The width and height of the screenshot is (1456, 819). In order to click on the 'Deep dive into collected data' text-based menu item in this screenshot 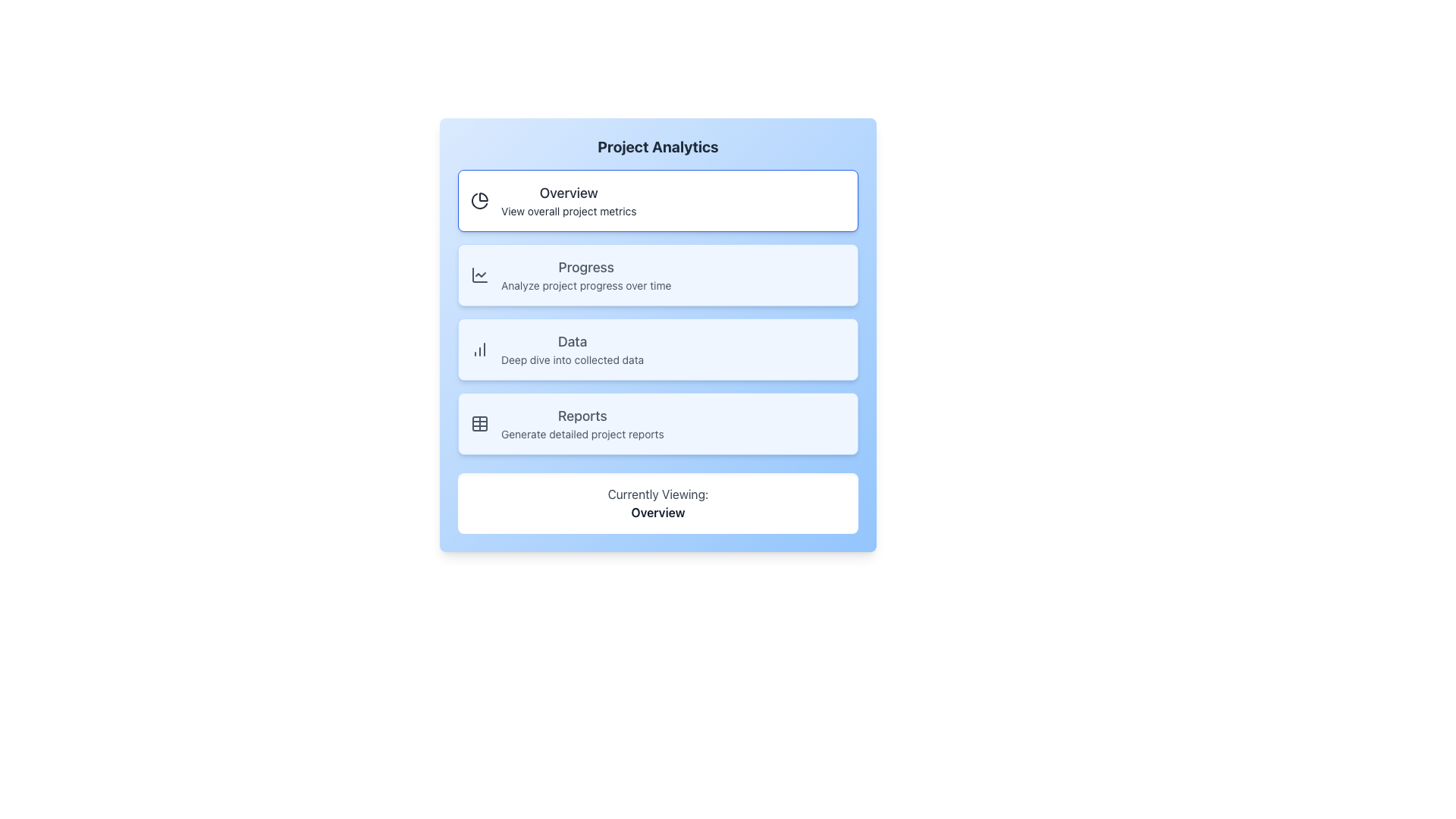, I will do `click(572, 350)`.